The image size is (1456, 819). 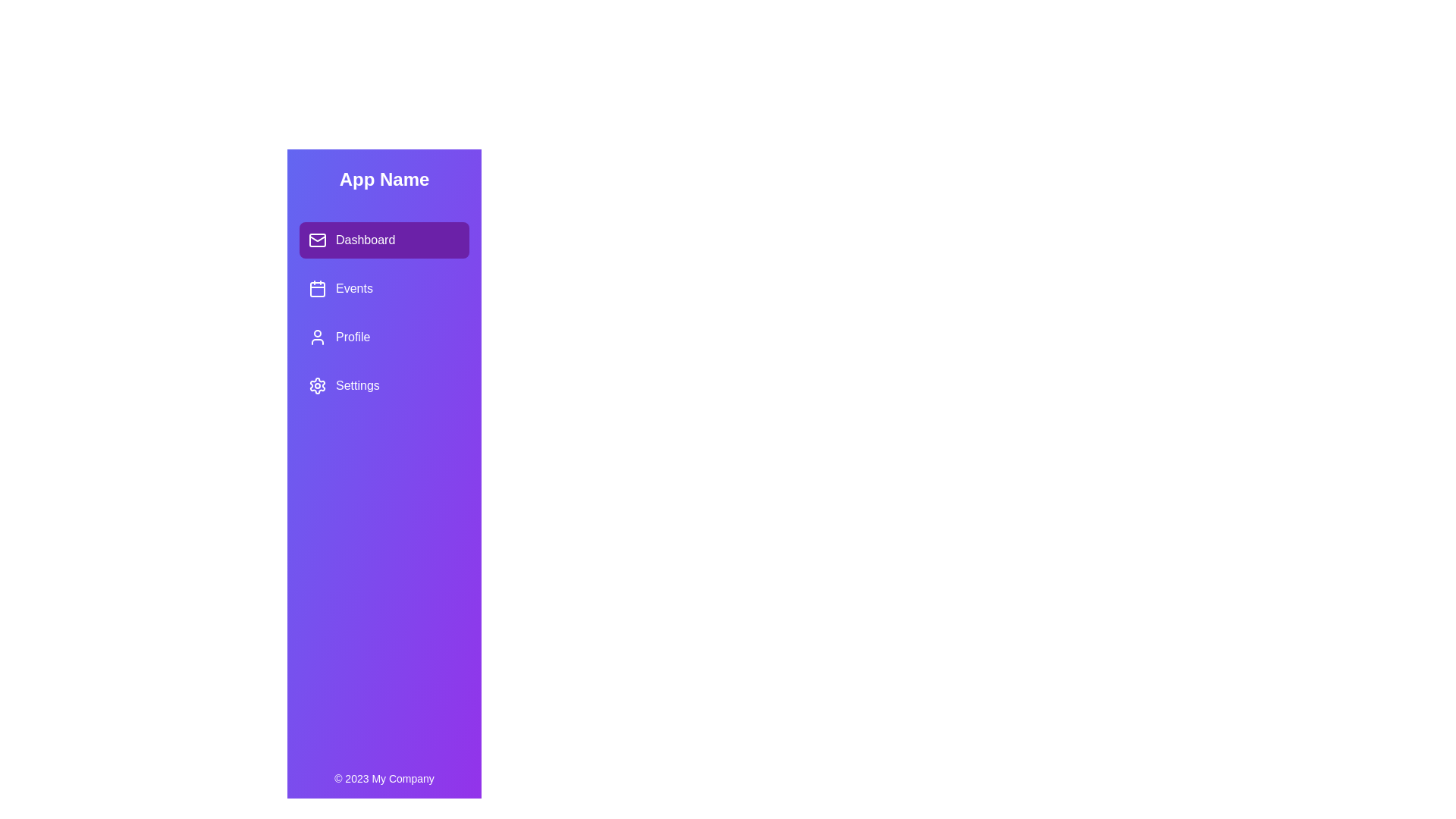 What do you see at coordinates (384, 289) in the screenshot?
I see `the navigation item Events to highlight it` at bounding box center [384, 289].